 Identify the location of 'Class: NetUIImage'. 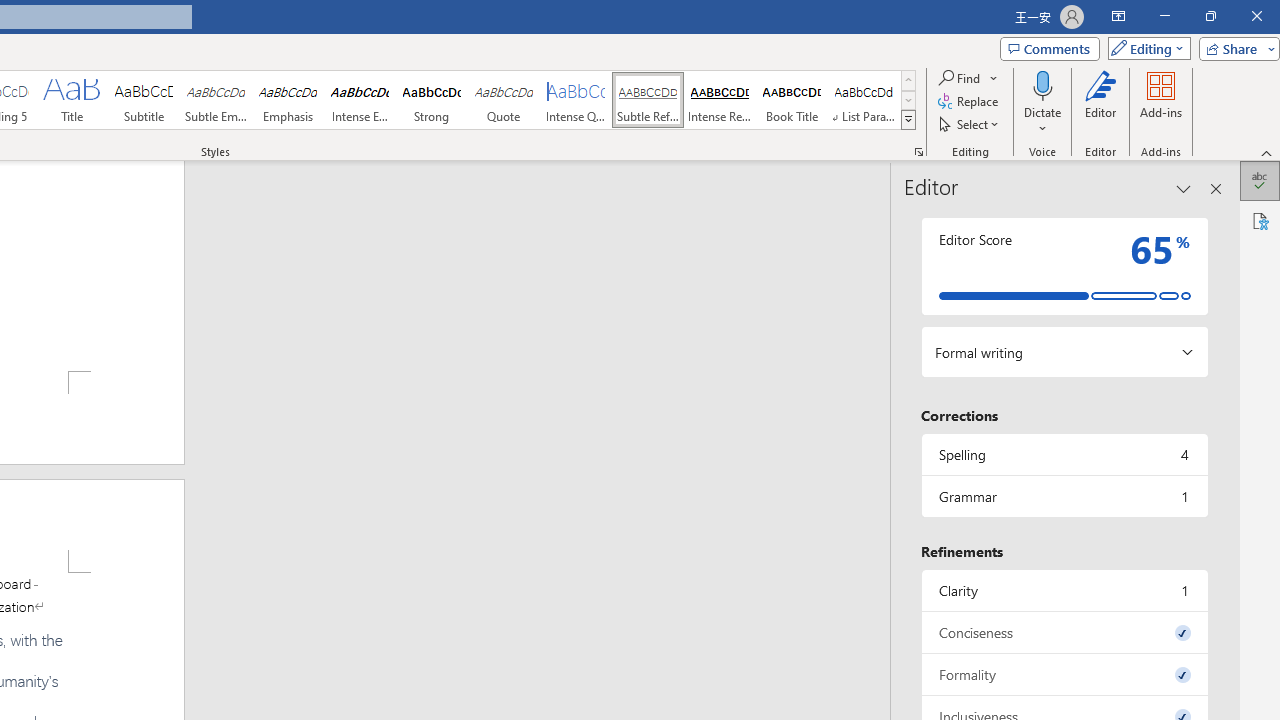
(907, 119).